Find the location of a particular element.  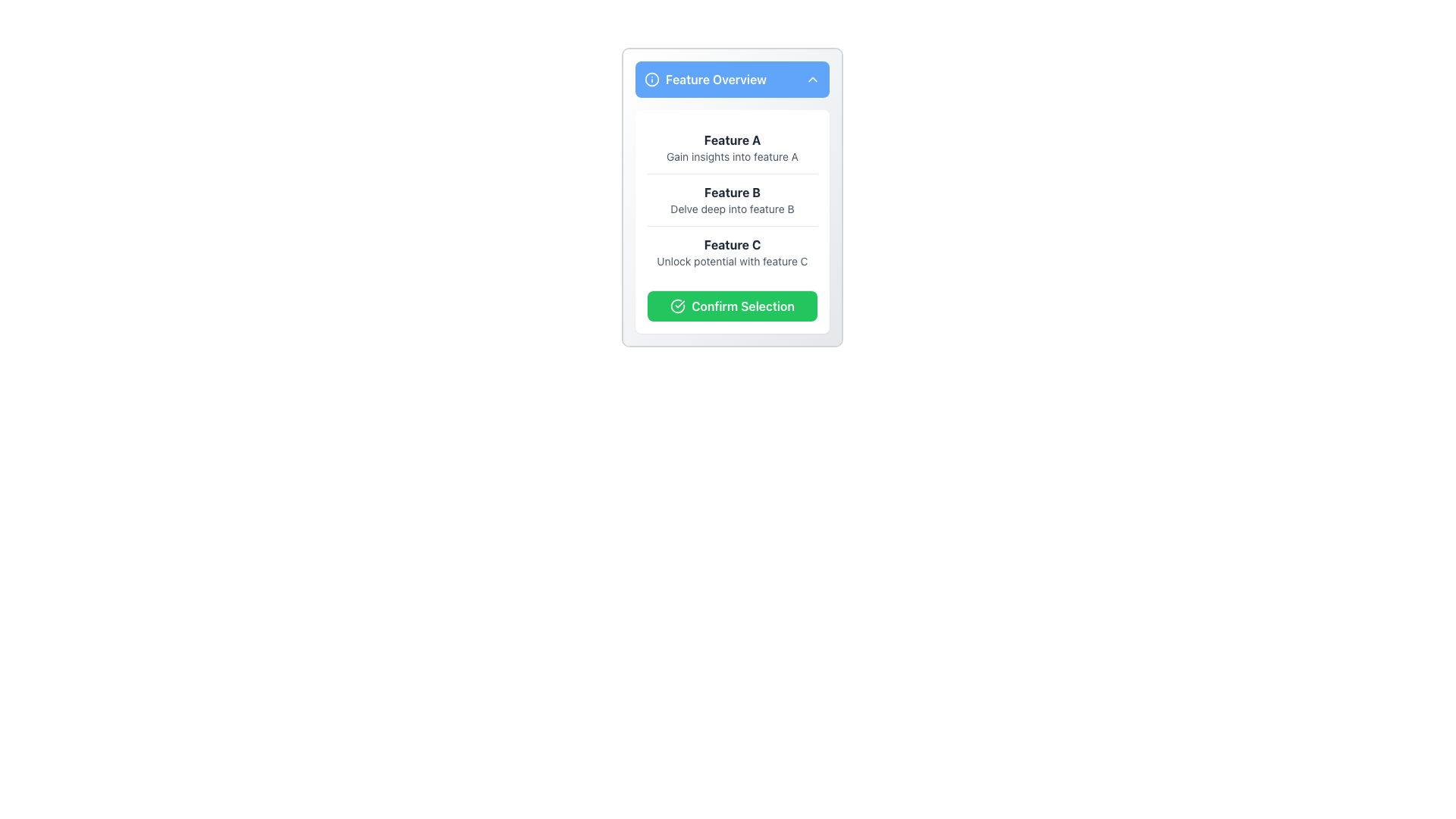

the informational text block containing the bold title 'Feature A' and the description 'Gain insights into feature A', which is positioned below 'Feature Overview' and above 'Feature B' is located at coordinates (732, 148).